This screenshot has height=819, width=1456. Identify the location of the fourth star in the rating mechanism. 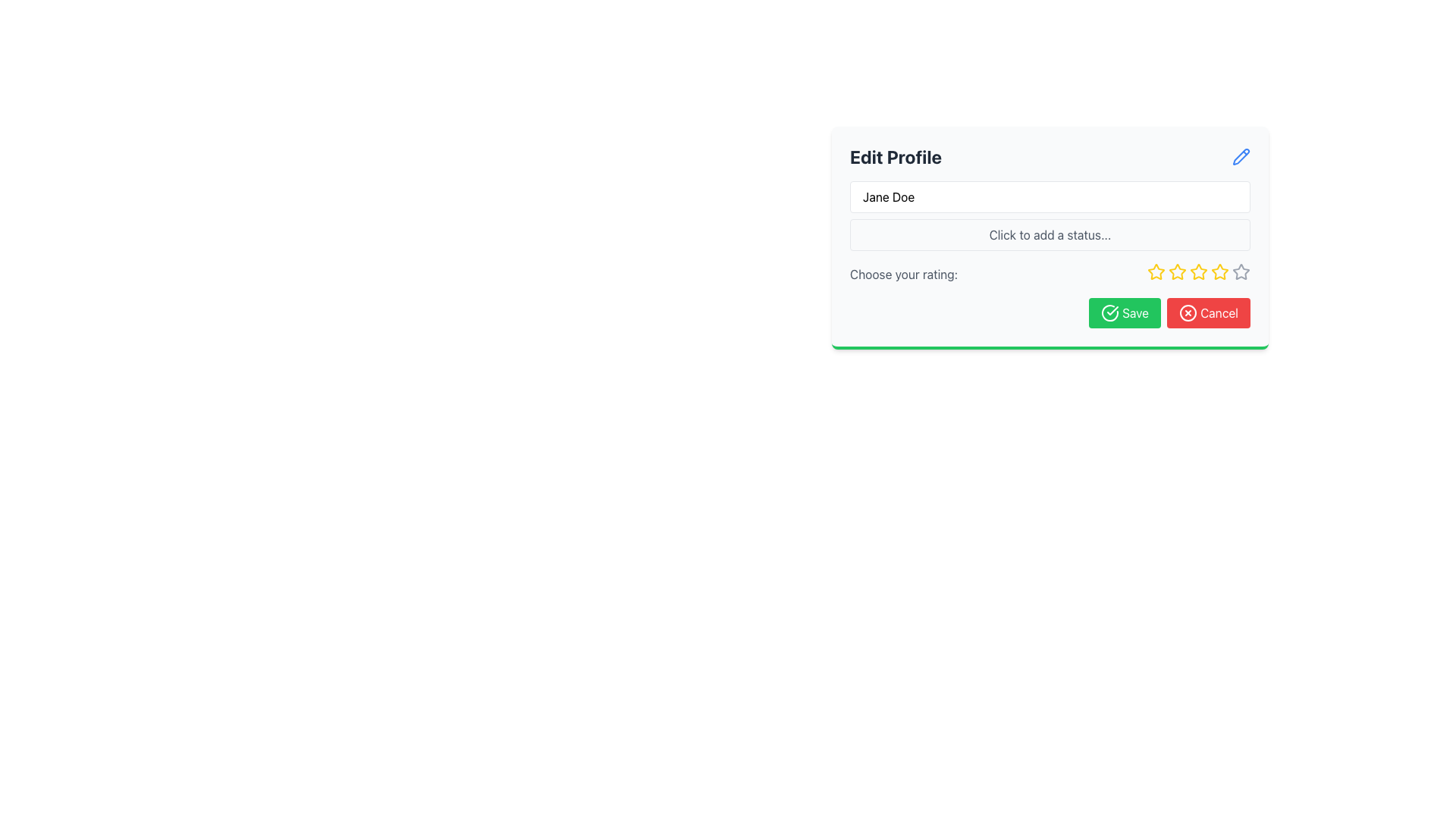
(1219, 271).